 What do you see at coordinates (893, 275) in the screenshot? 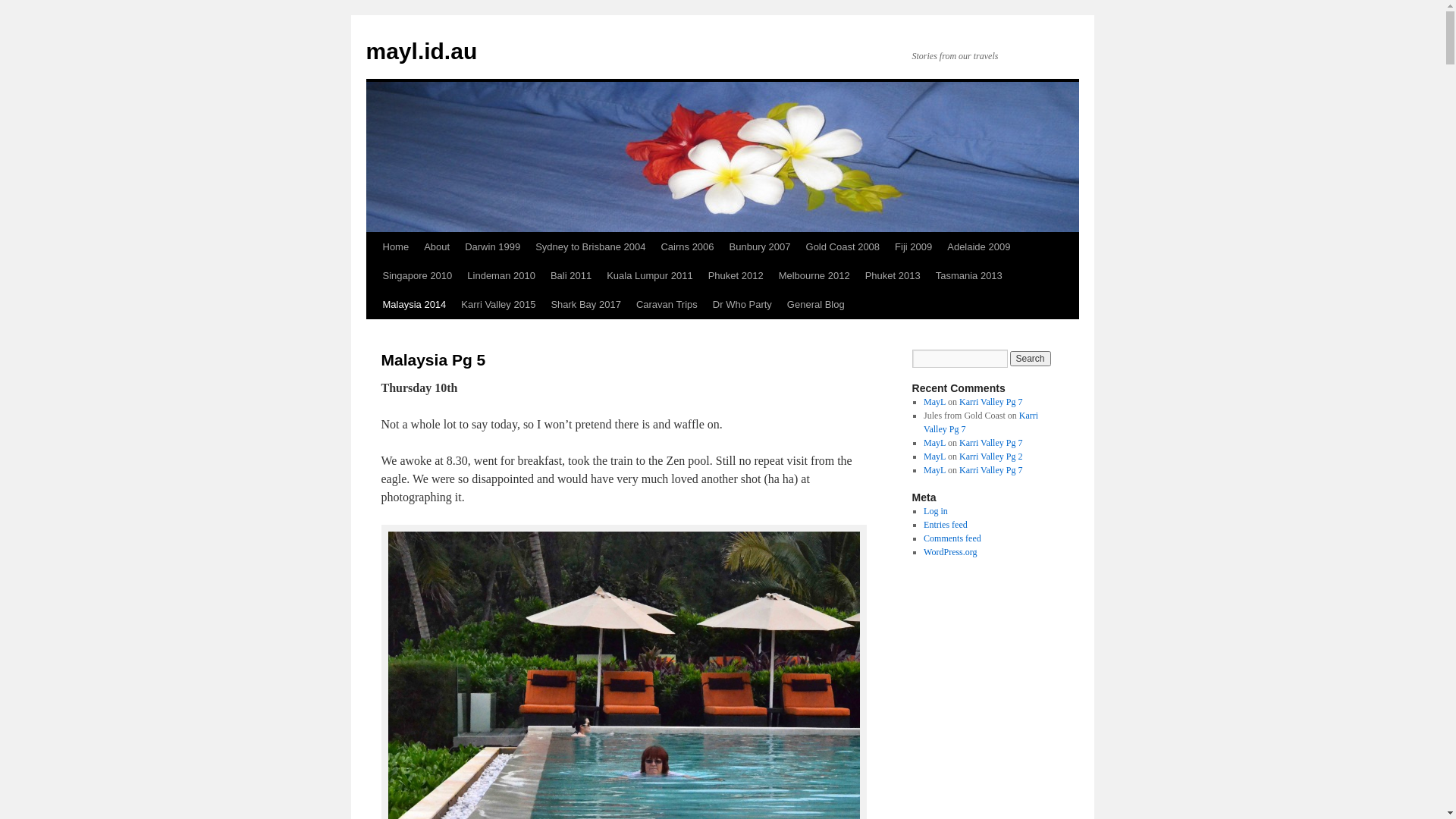
I see `'Phuket 2013'` at bounding box center [893, 275].